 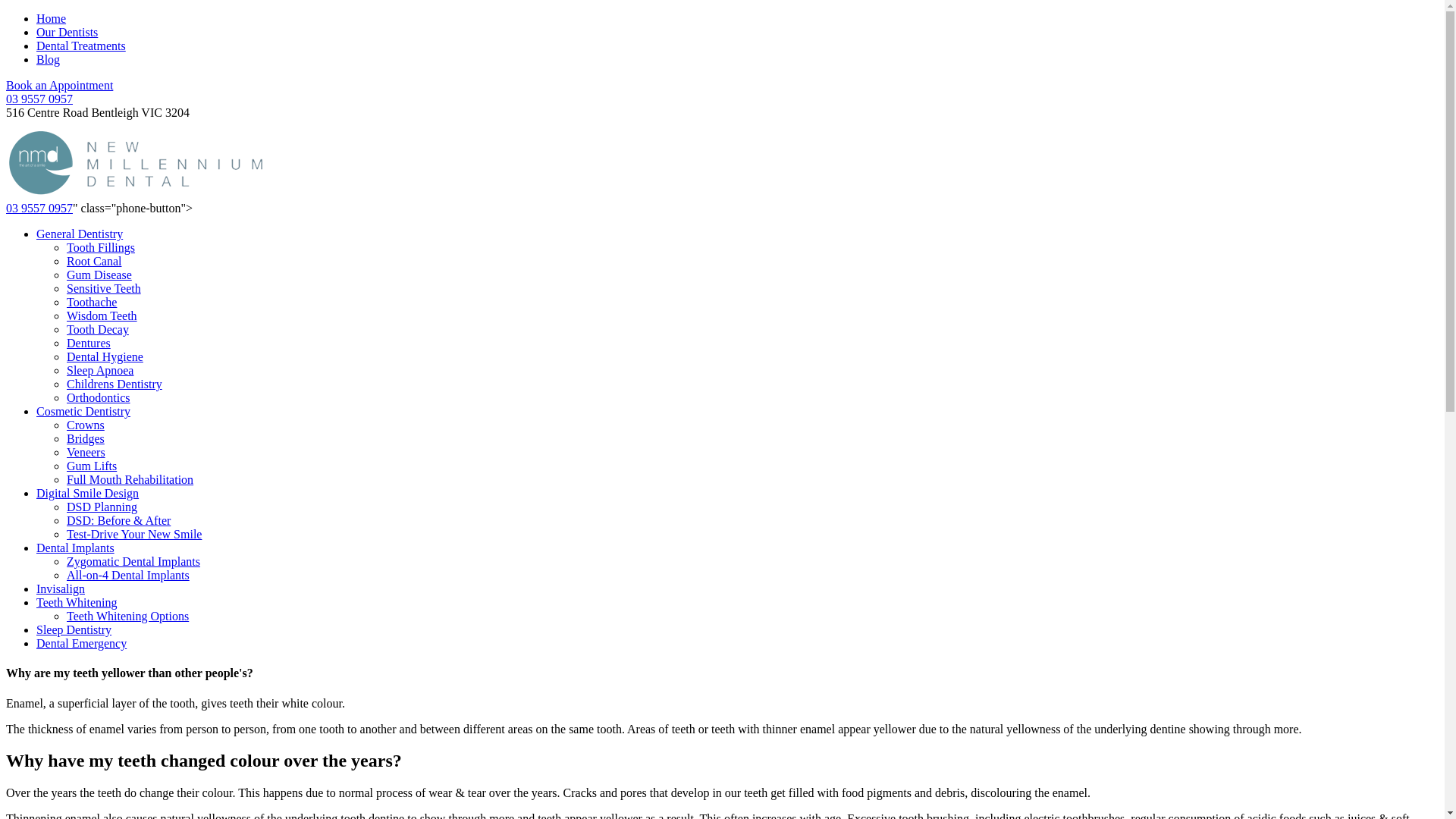 I want to click on 'Wisdom Teeth', so click(x=101, y=315).